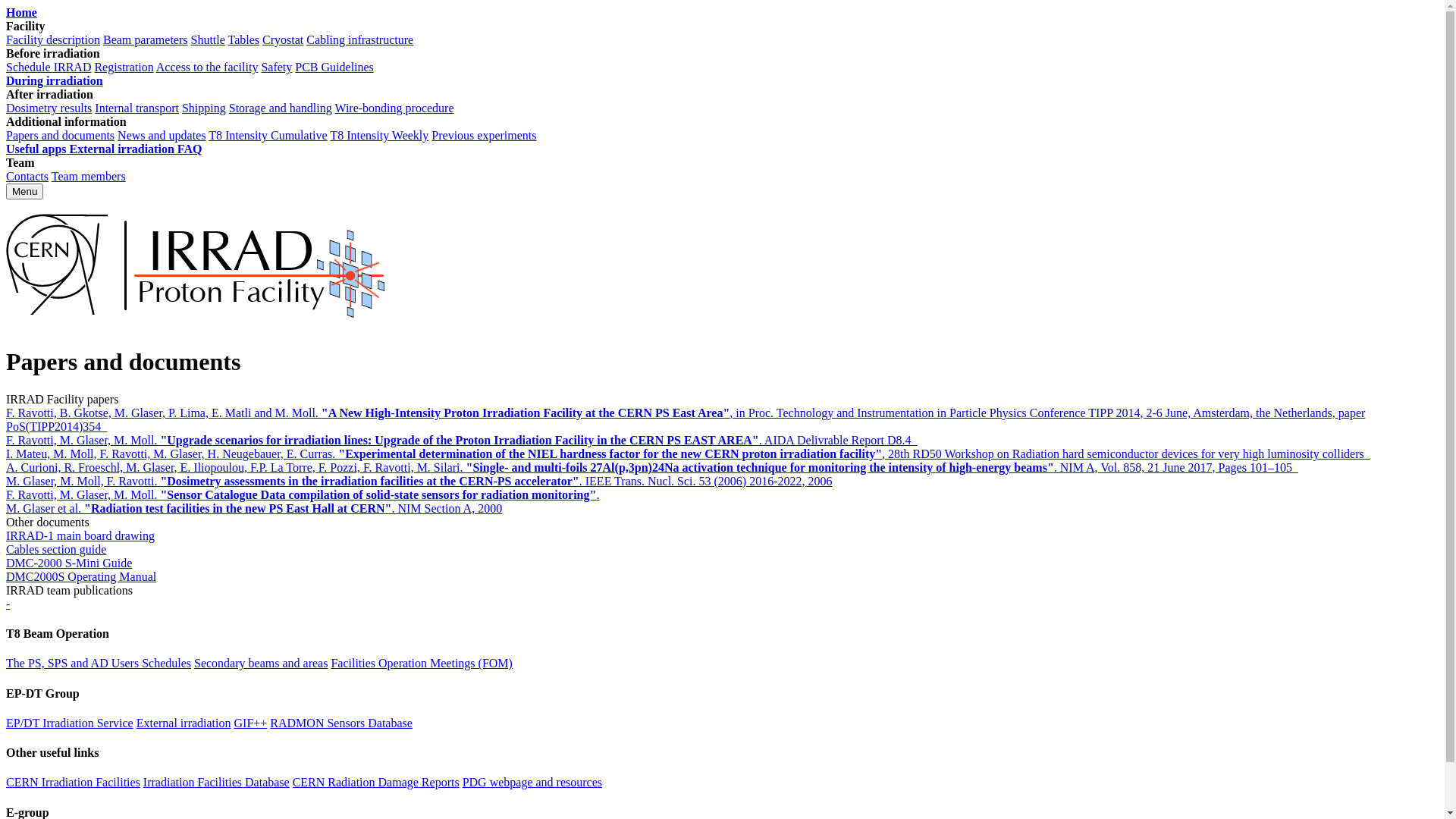 The image size is (1456, 819). I want to click on 'Cables section guide', so click(55, 549).